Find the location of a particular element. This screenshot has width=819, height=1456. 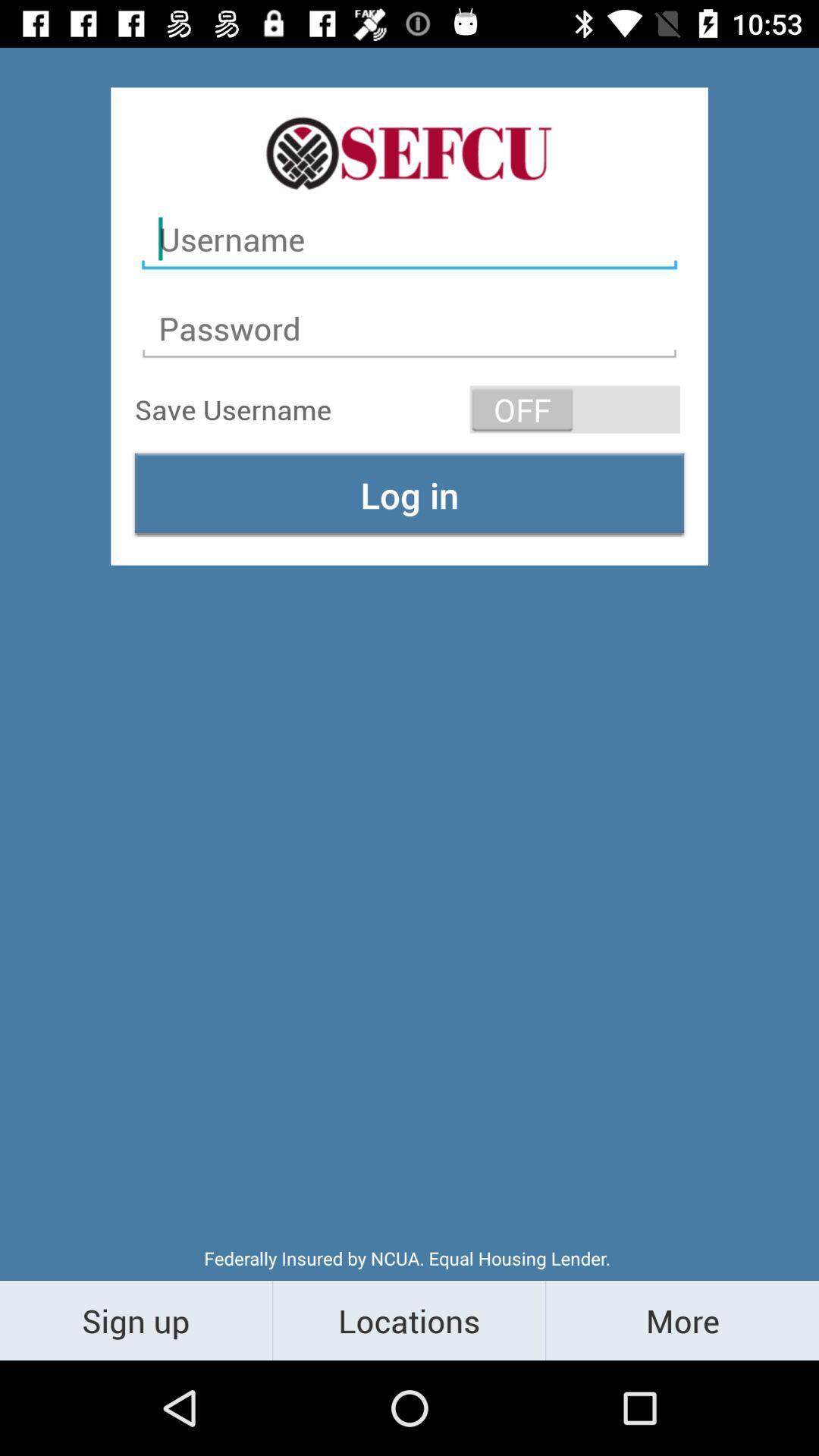

the icon at the top right corner is located at coordinates (575, 409).